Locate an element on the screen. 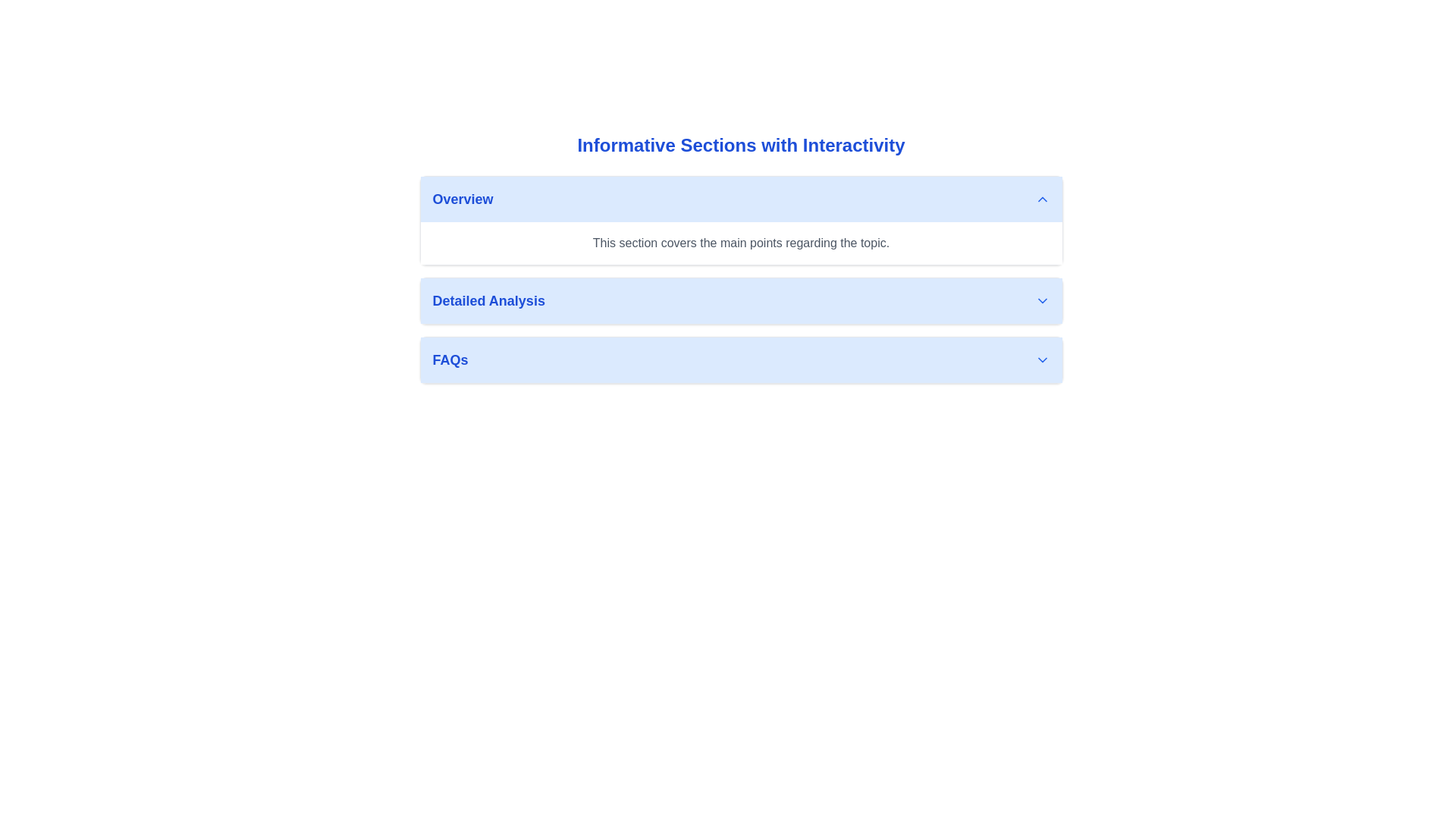  the Icon Button (Chevron Up) located on the right side of the 'Overview' section's header bar is located at coordinates (1041, 198).